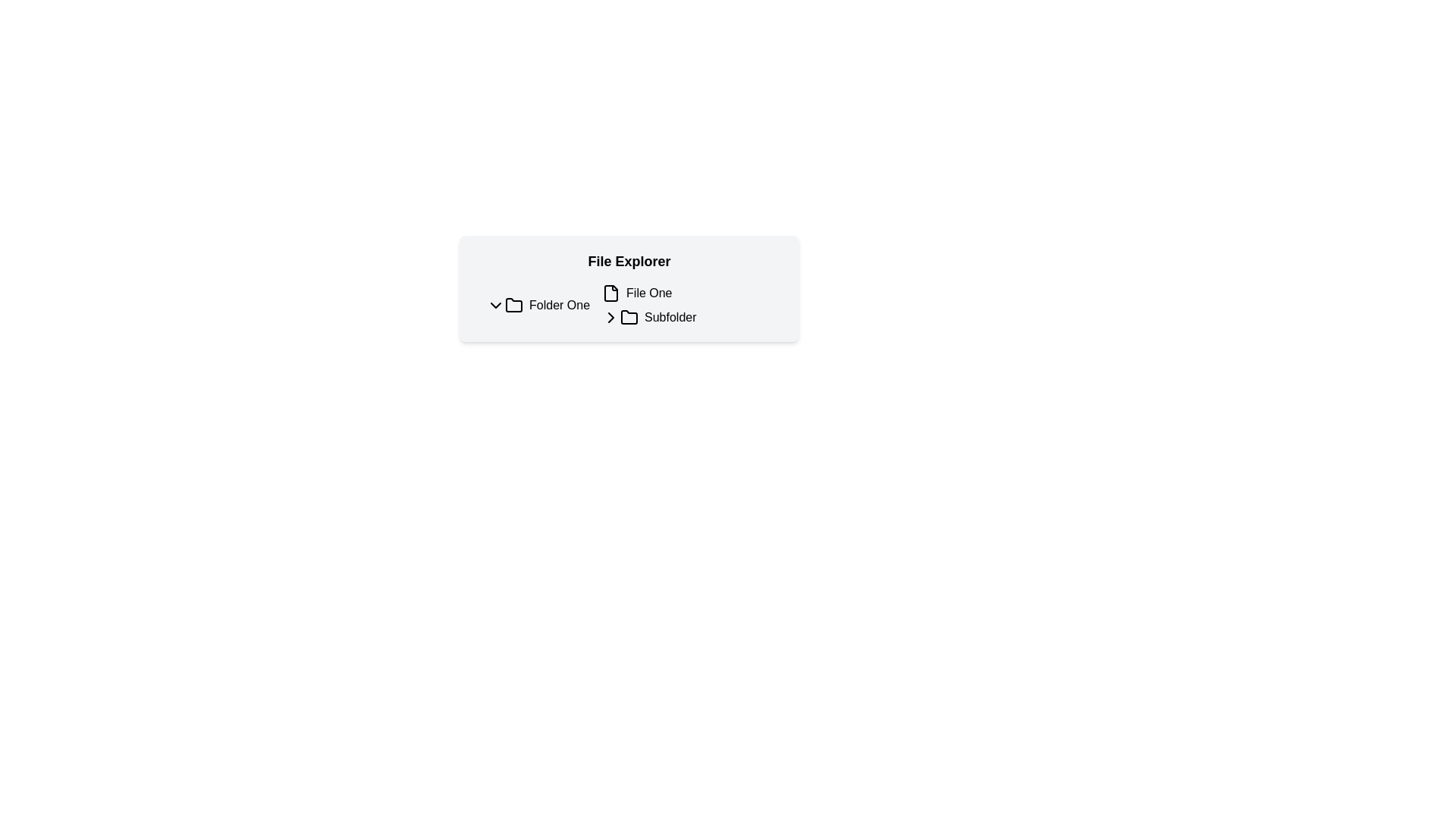  I want to click on the chevron icon of the 'Subfolder' folder item, so click(643, 317).